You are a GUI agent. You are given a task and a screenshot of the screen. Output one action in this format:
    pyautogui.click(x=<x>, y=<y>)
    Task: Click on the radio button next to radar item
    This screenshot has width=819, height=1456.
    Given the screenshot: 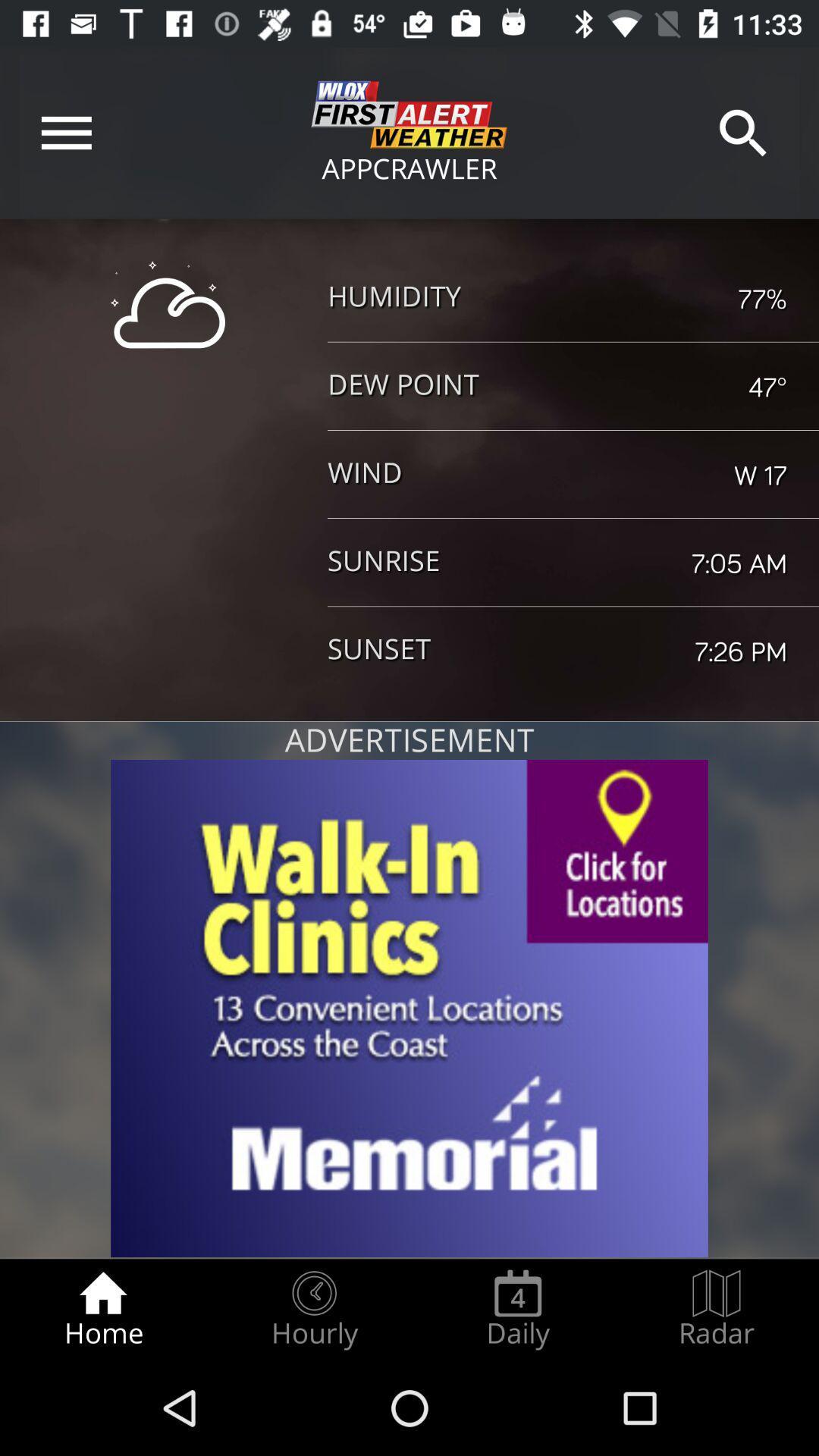 What is the action you would take?
    pyautogui.click(x=517, y=1309)
    